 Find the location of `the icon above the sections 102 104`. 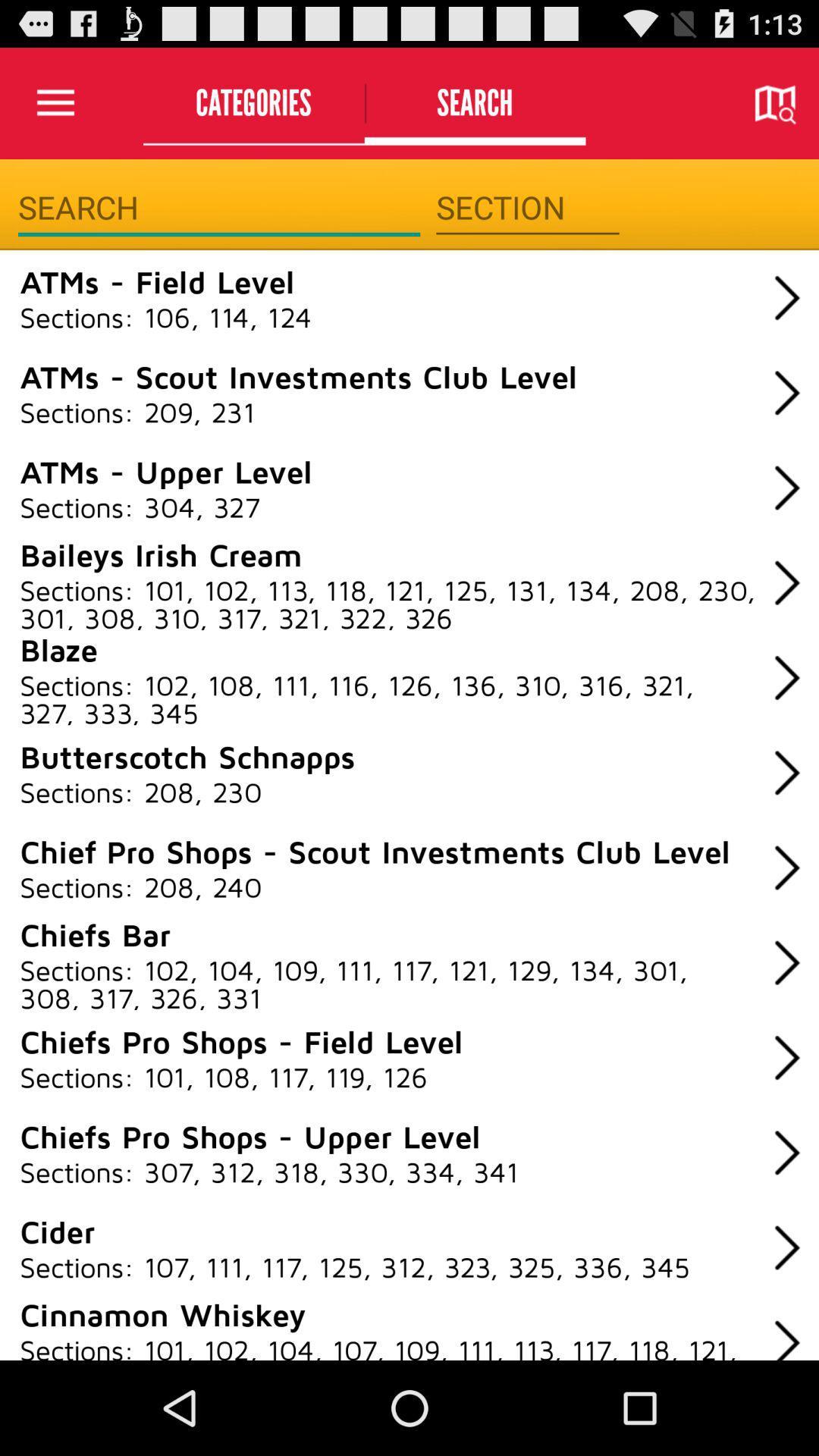

the icon above the sections 102 104 is located at coordinates (95, 933).